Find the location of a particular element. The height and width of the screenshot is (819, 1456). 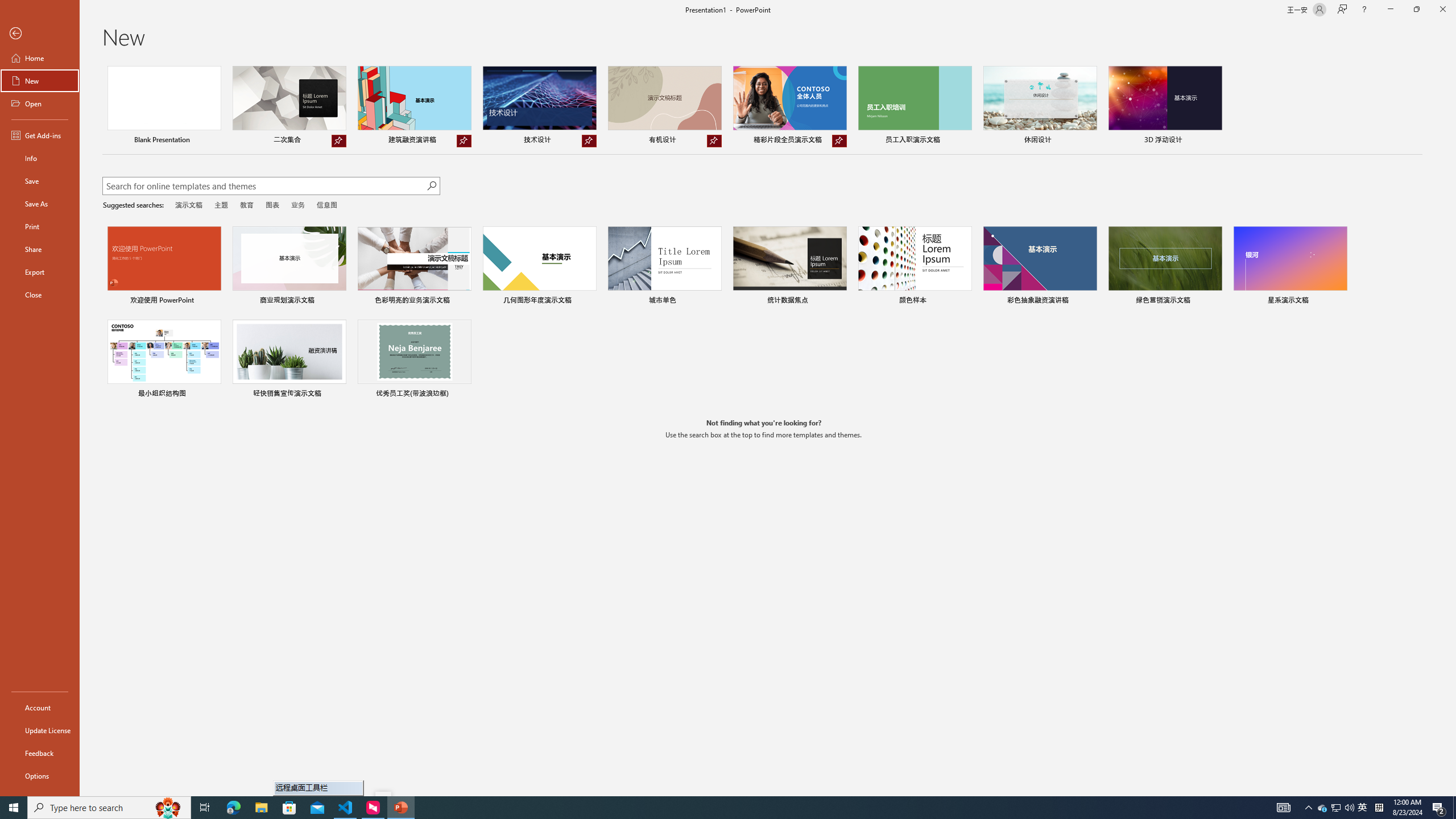

'Info' is located at coordinates (39, 157).